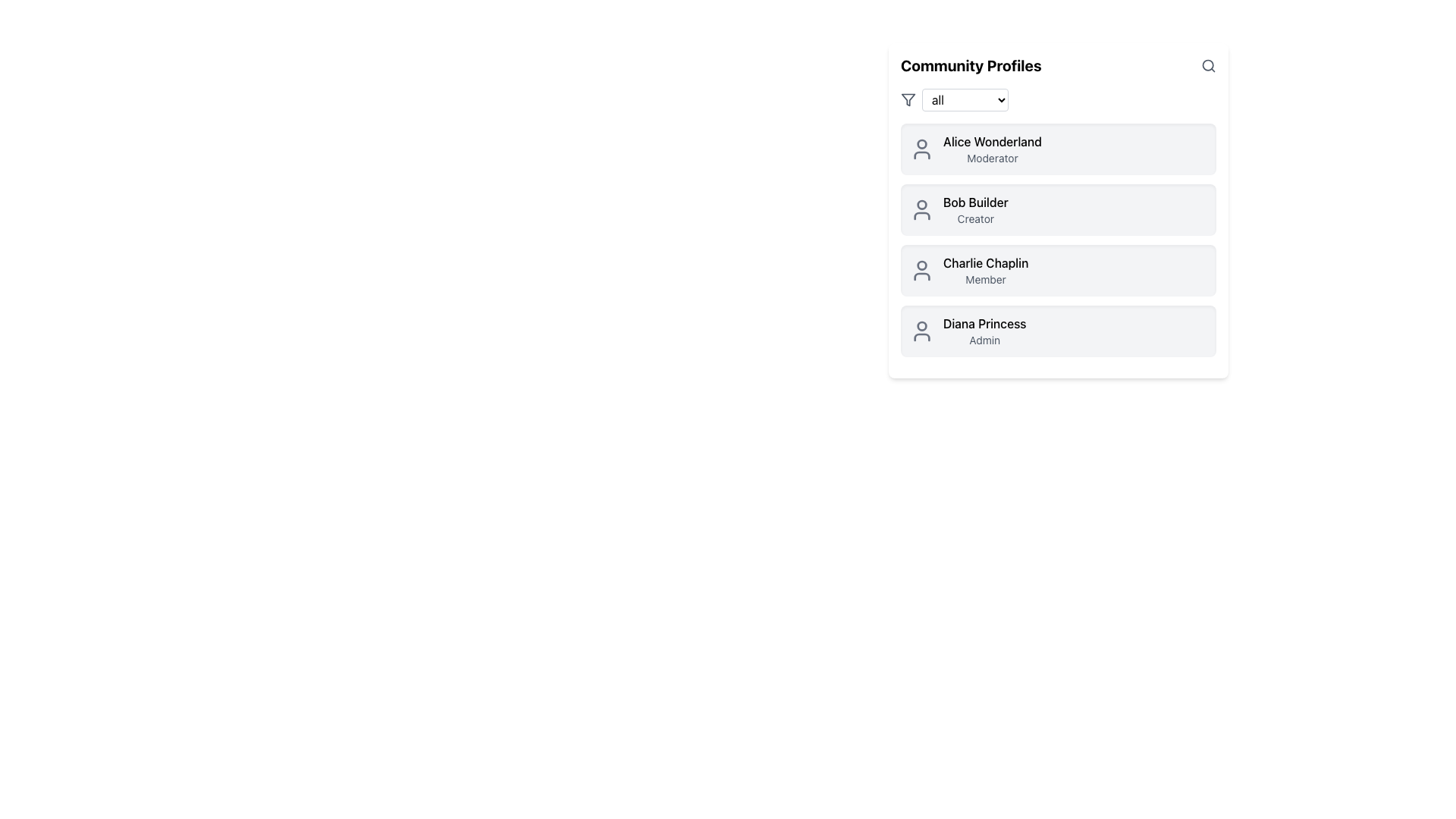 The width and height of the screenshot is (1456, 819). What do you see at coordinates (1058, 210) in the screenshot?
I see `the user's profile card in the second position of the list` at bounding box center [1058, 210].